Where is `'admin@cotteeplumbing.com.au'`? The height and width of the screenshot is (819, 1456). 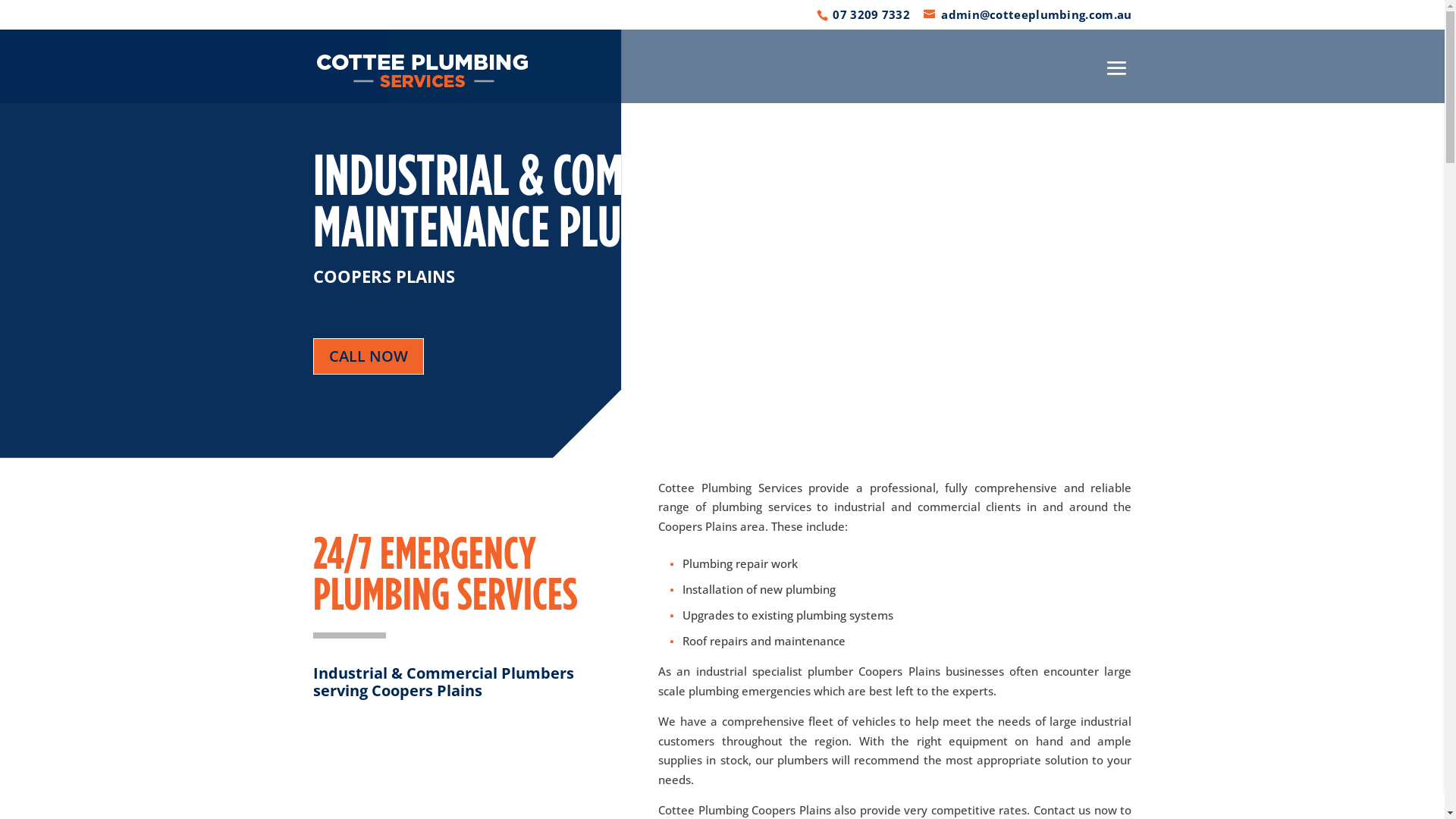 'admin@cotteeplumbing.com.au' is located at coordinates (1027, 14).